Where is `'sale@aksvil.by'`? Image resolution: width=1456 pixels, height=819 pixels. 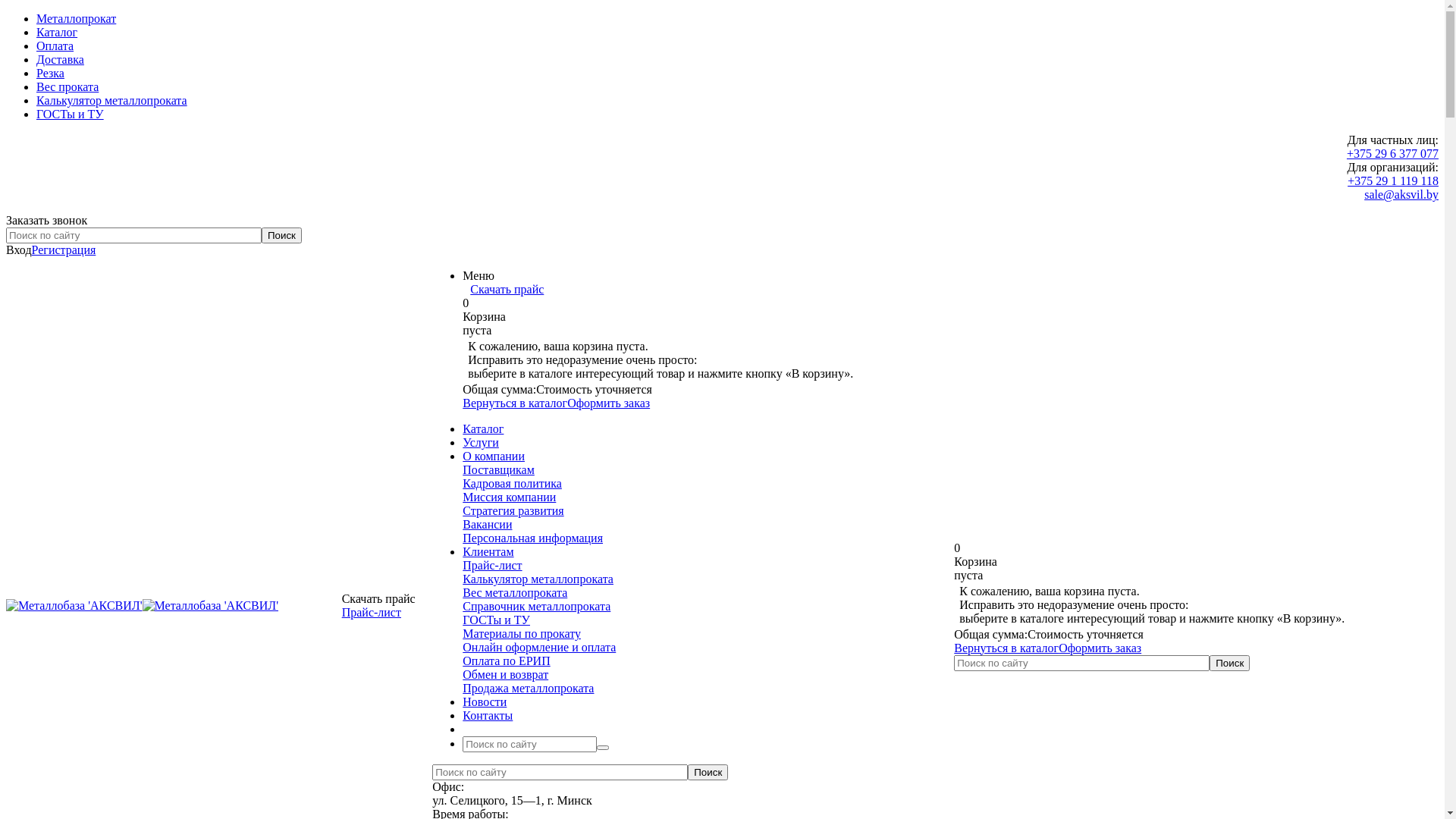
'sale@aksvil.by' is located at coordinates (1401, 193).